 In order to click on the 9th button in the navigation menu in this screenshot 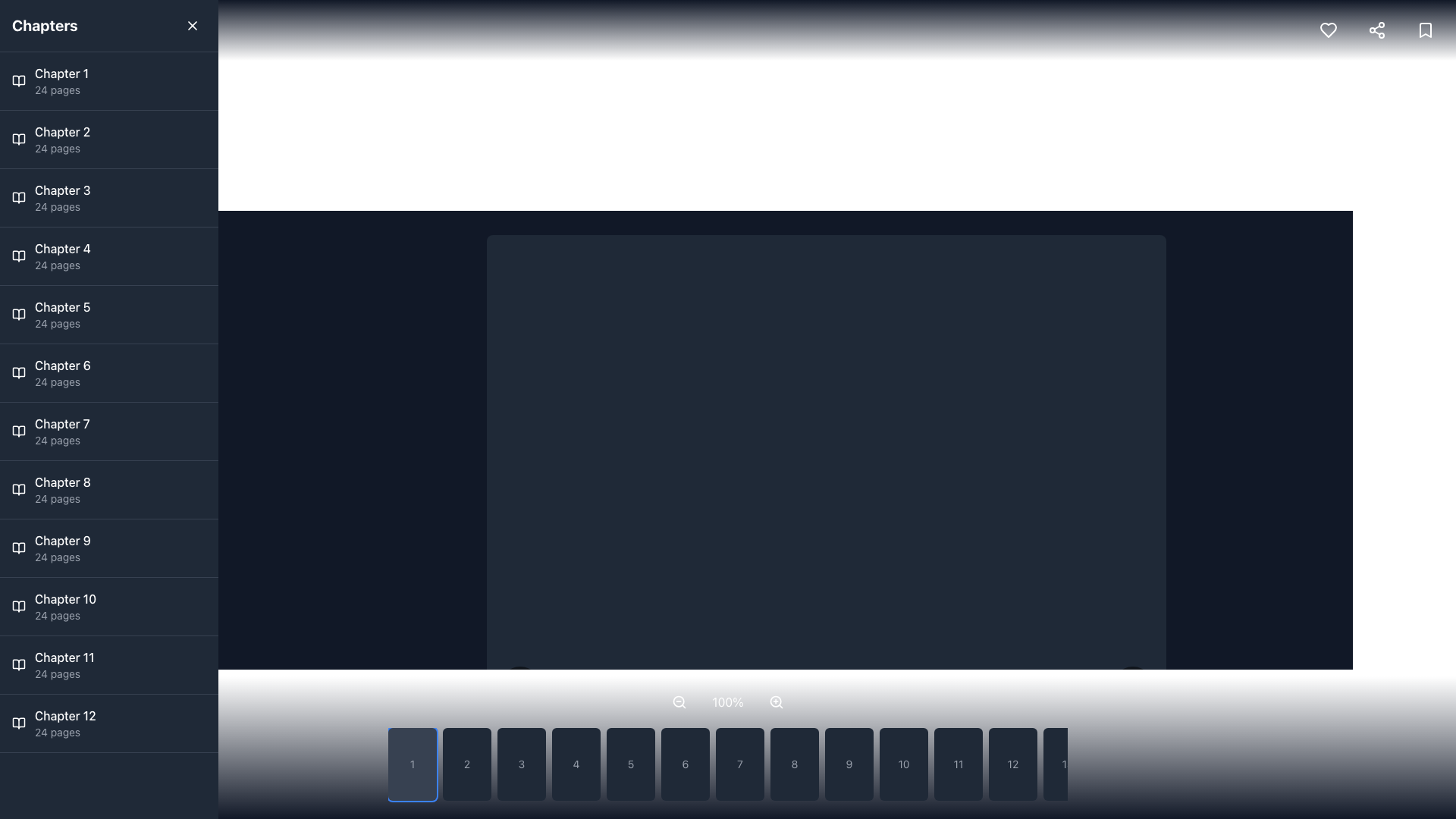, I will do `click(848, 764)`.